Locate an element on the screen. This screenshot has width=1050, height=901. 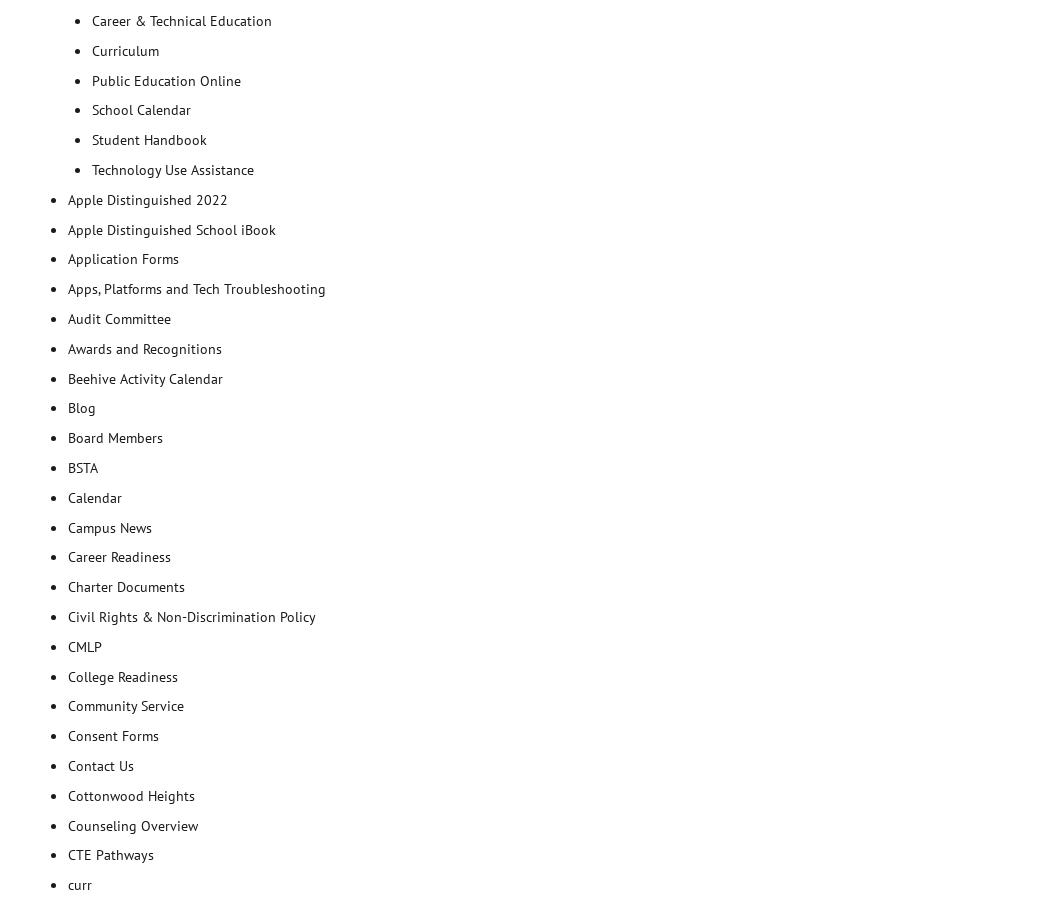
'Calendar' is located at coordinates (95, 496).